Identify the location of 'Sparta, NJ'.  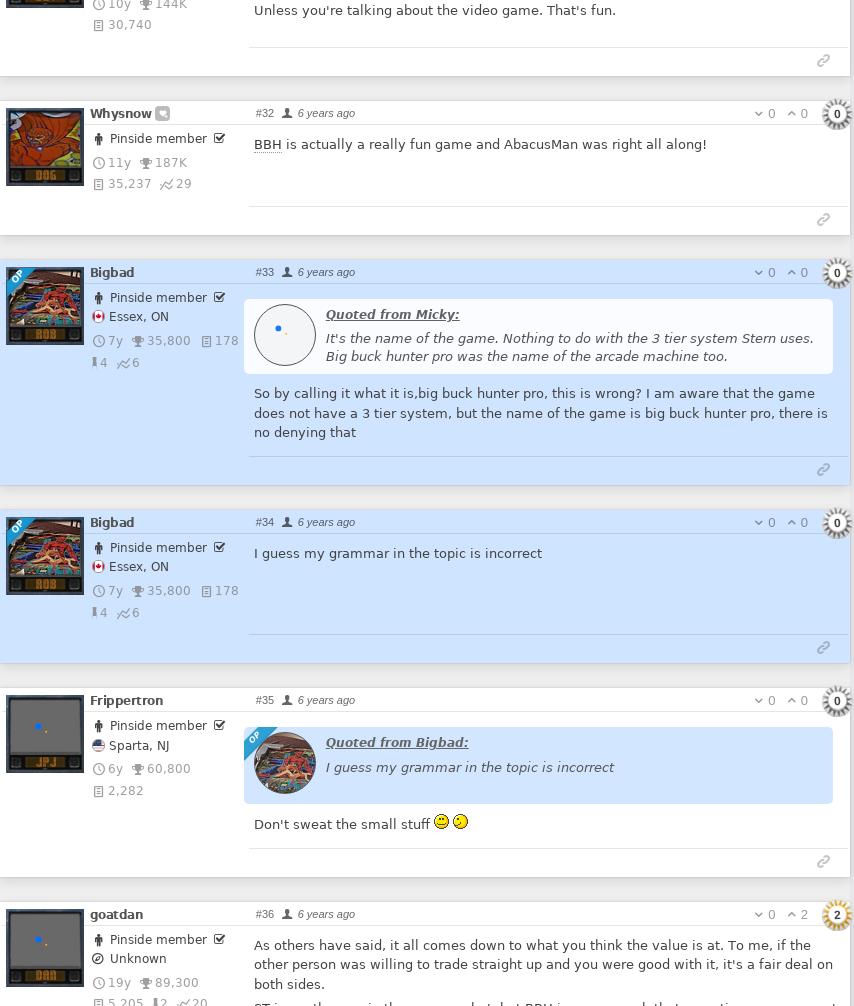
(135, 745).